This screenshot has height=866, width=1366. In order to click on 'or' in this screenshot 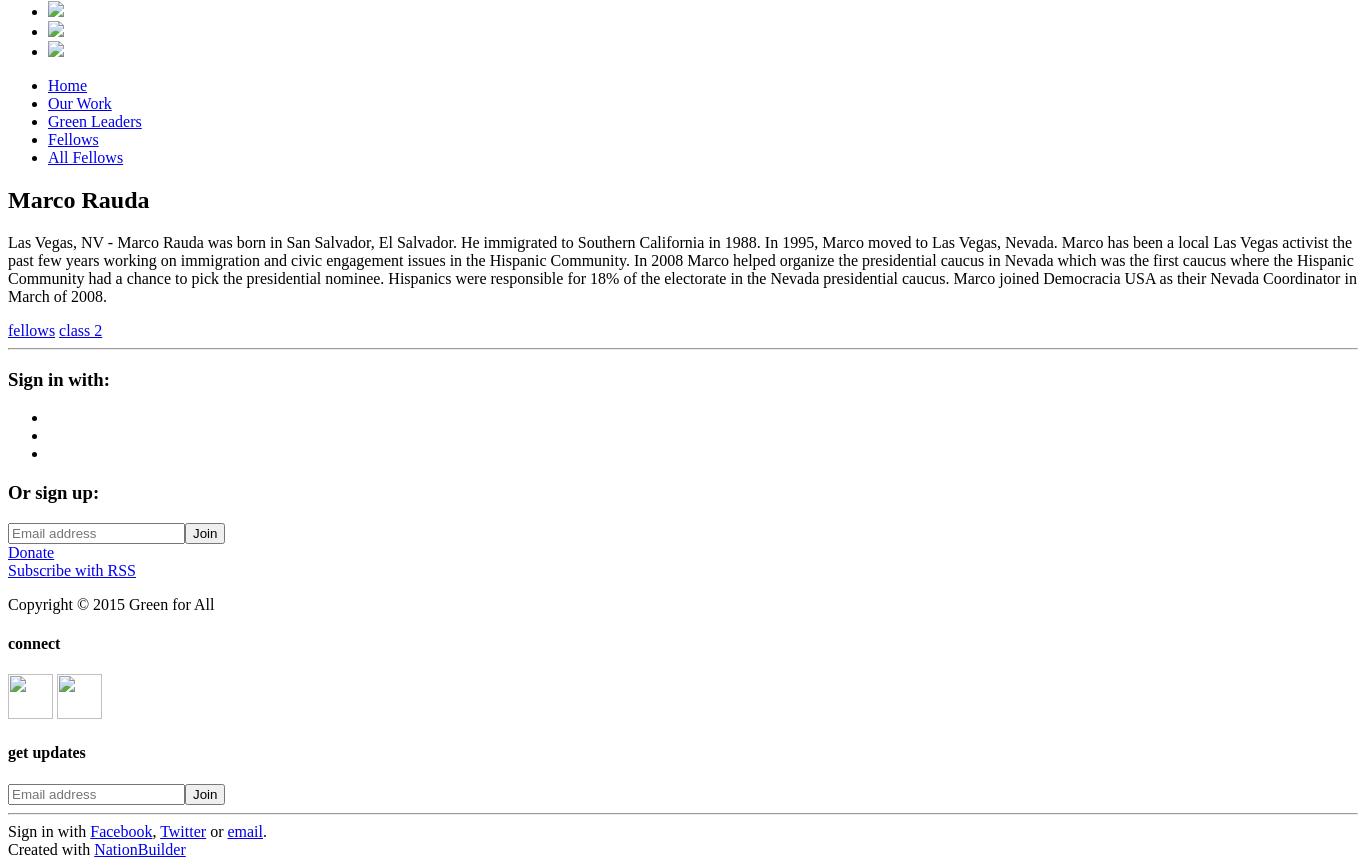, I will do `click(215, 829)`.